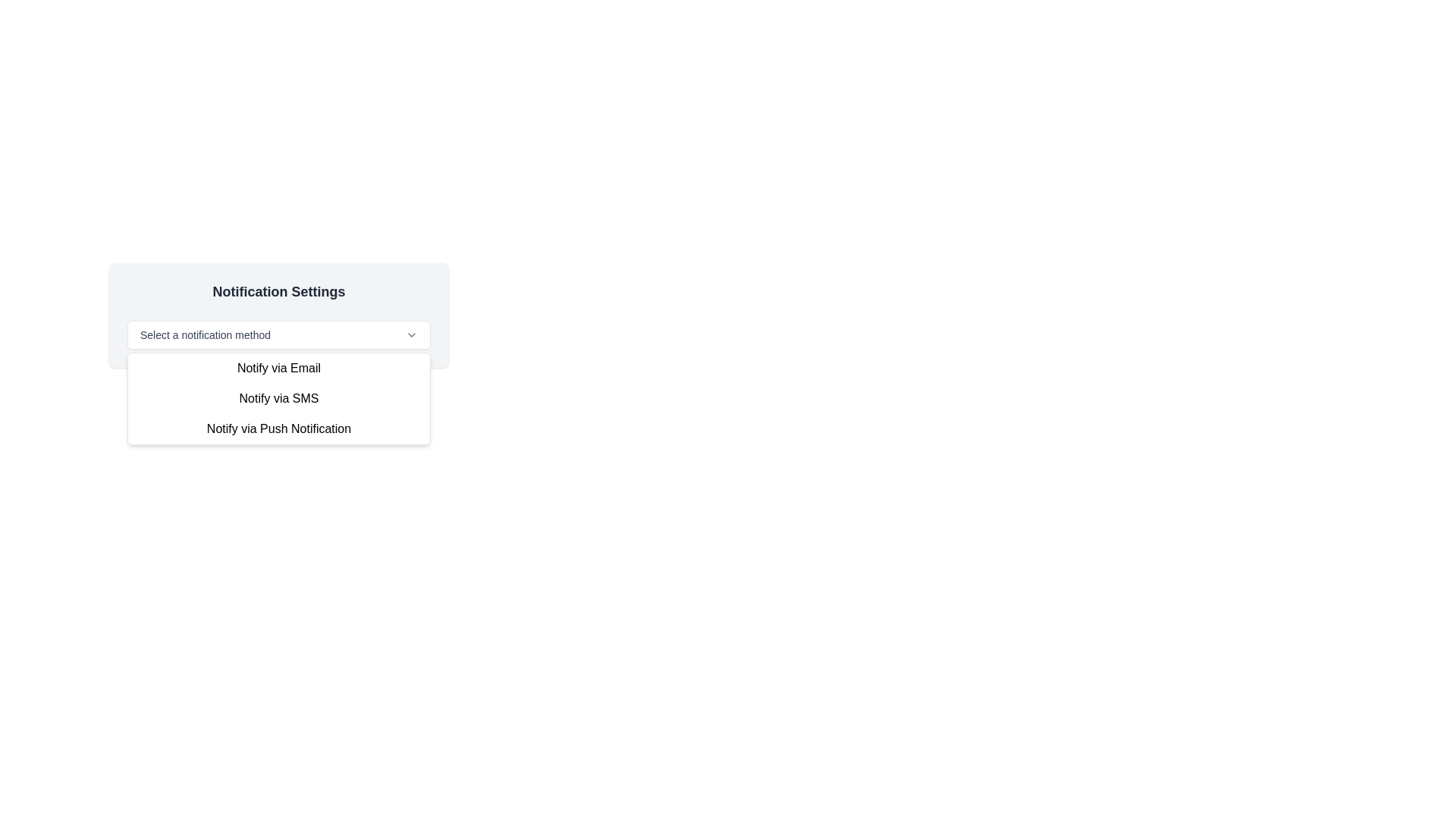 This screenshot has height=819, width=1456. What do you see at coordinates (411, 334) in the screenshot?
I see `the chevron down icon located at the right edge of the 'Select a notification method' dropdown` at bounding box center [411, 334].